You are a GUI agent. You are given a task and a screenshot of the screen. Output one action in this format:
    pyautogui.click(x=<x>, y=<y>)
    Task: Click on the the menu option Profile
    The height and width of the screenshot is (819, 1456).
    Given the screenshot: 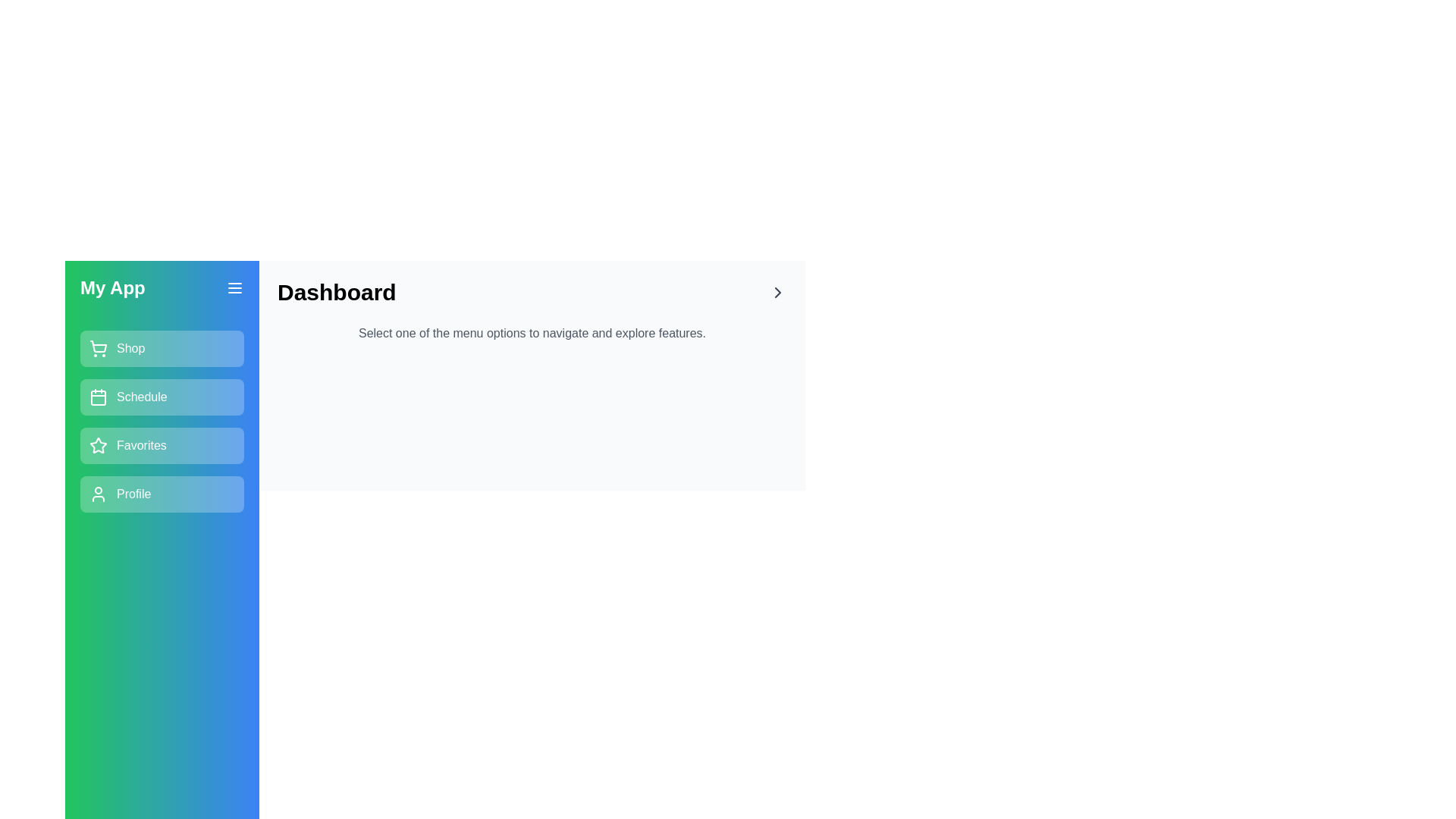 What is the action you would take?
    pyautogui.click(x=162, y=494)
    